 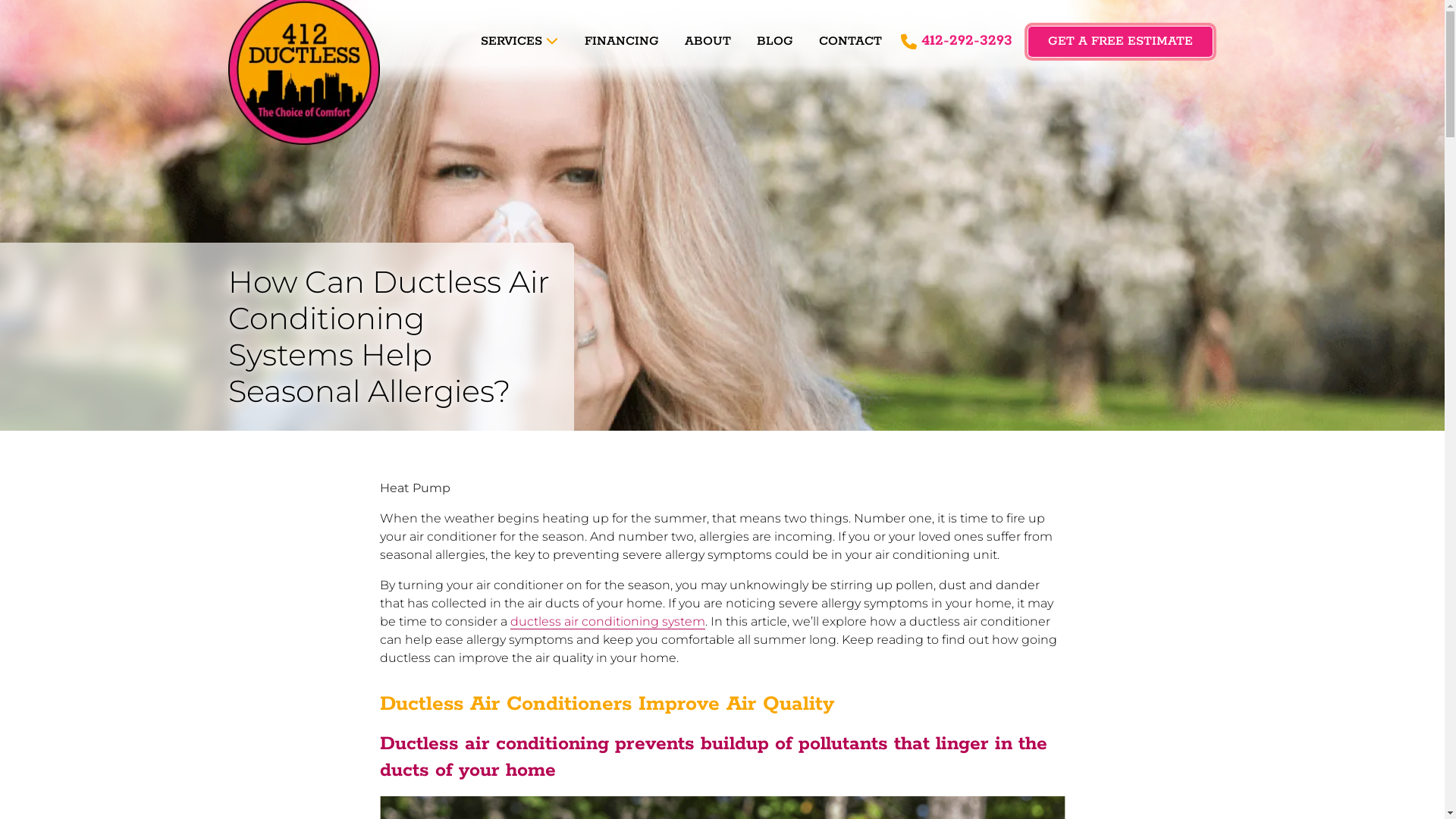 What do you see at coordinates (707, 41) in the screenshot?
I see `'ABOUT'` at bounding box center [707, 41].